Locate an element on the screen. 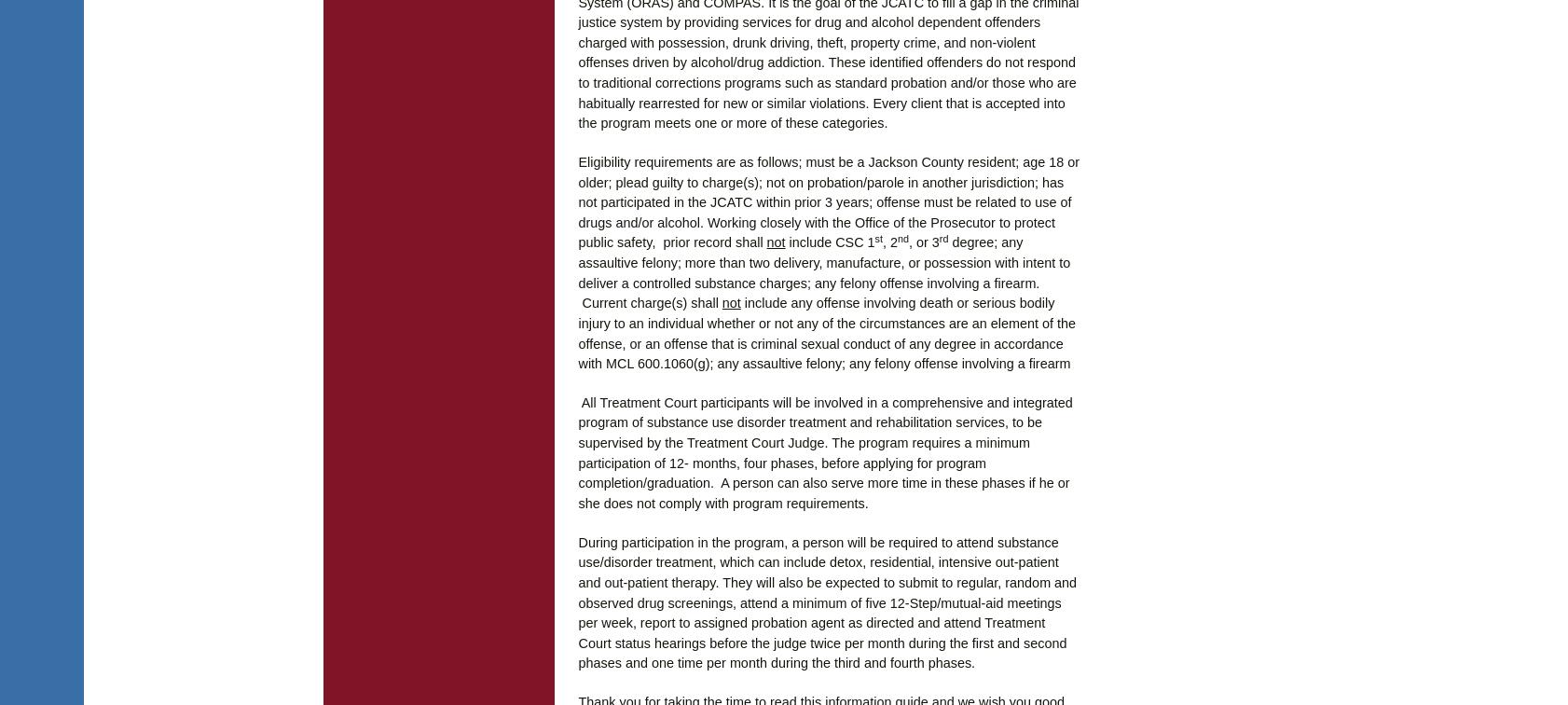 The image size is (1568, 705). 'include any offense involving death or serious bodily injury to an individual whether or not any of the circumstances are an element of the offense, or an offense that is criminal sexual conduct of any degree in accordance with MCL 600.1060(g); any assaultive felony; any felony offense involving a firearm' is located at coordinates (825, 333).